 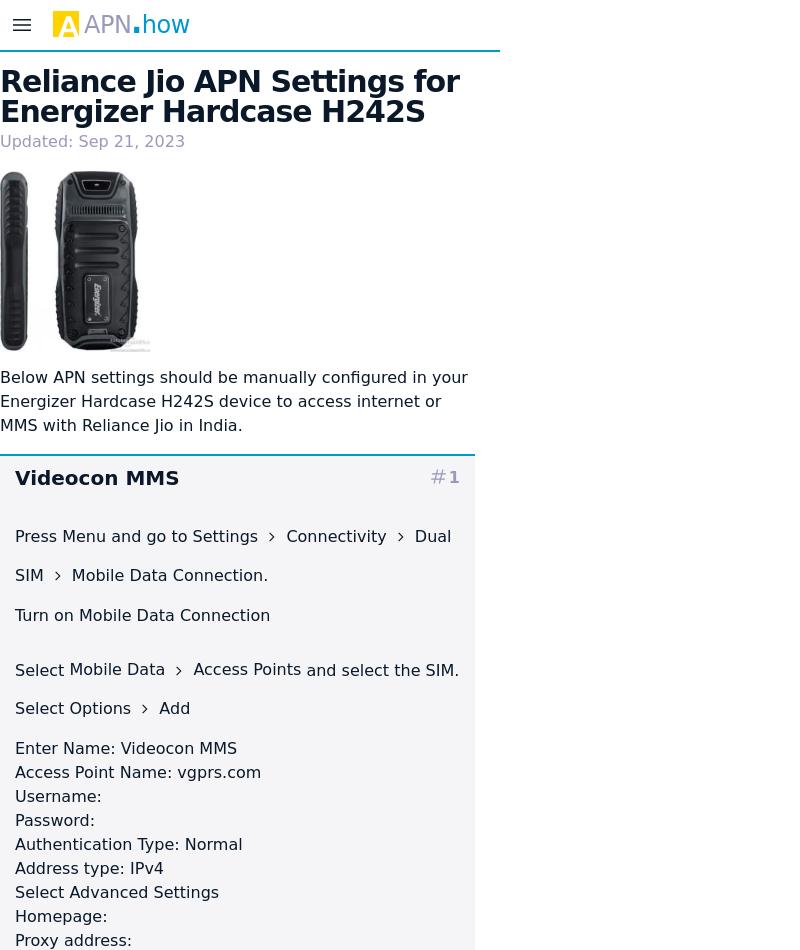 What do you see at coordinates (171, 708) in the screenshot?
I see `'Add'` at bounding box center [171, 708].